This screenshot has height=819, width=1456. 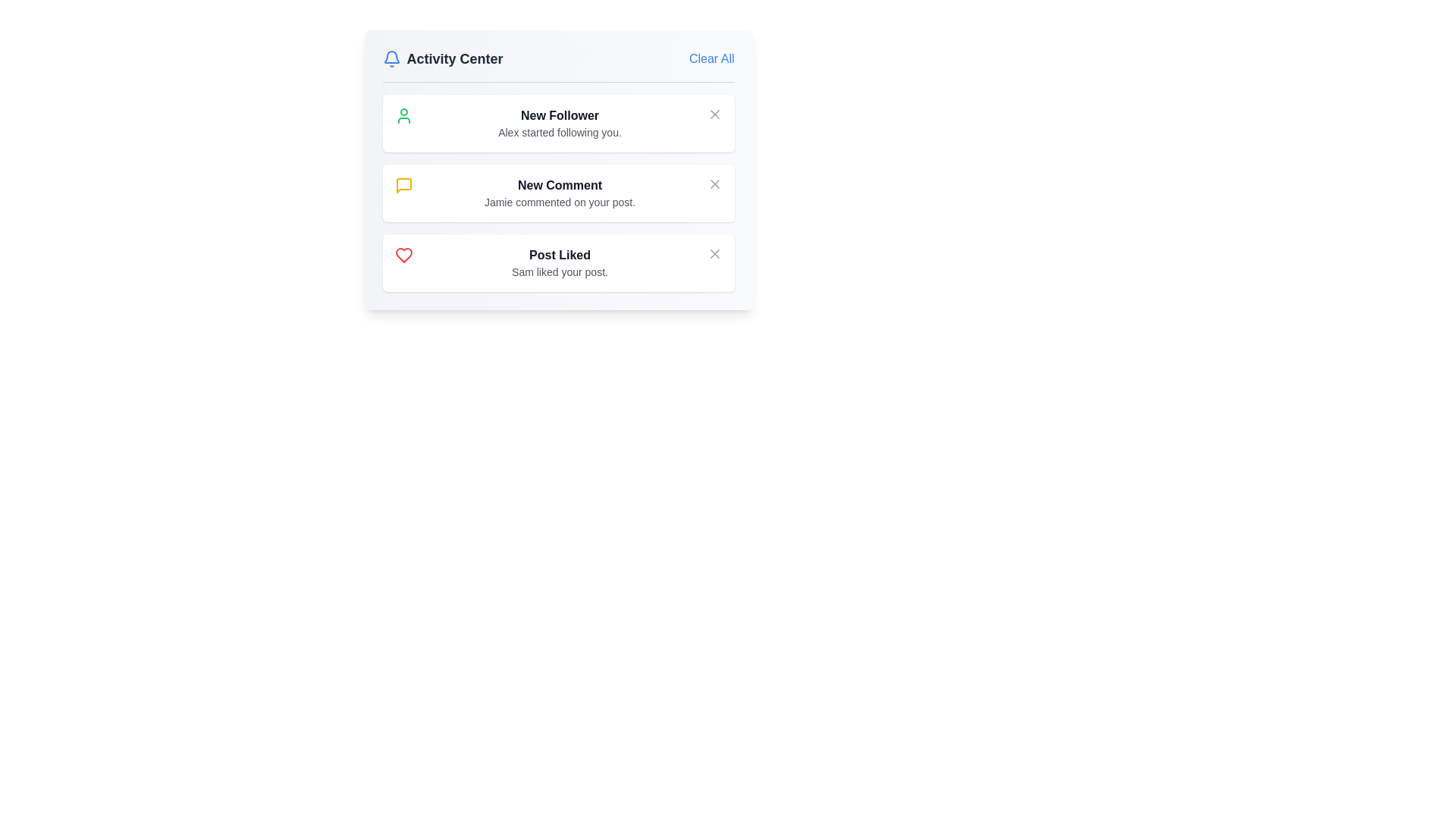 I want to click on the Notification card that informs the user that Sam liked their post, located in the third position within the 'Activity Center' layout, so click(x=557, y=262).